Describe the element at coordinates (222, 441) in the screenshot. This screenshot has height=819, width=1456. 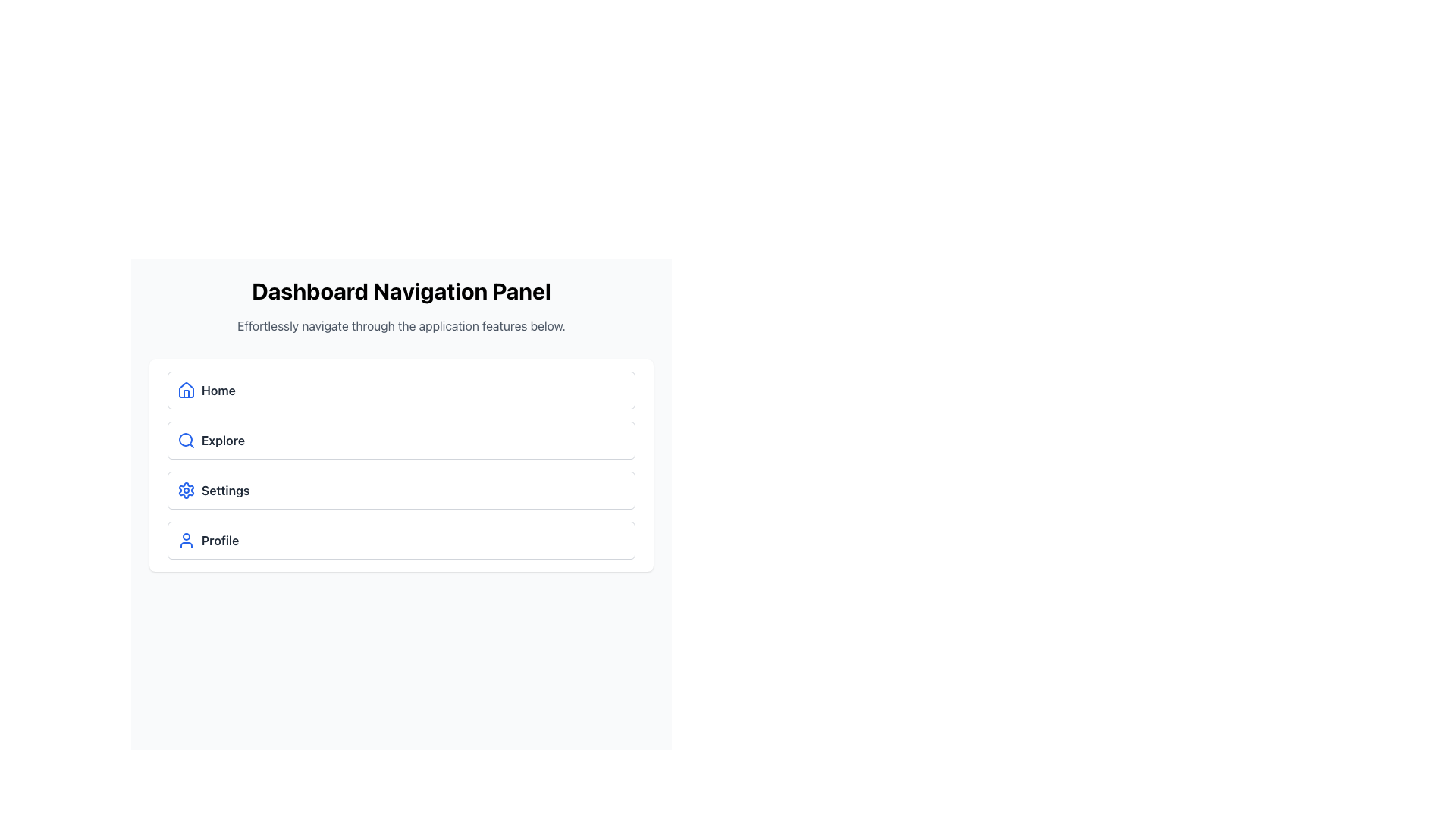
I see `the button containing the 'Explore' text label` at that location.